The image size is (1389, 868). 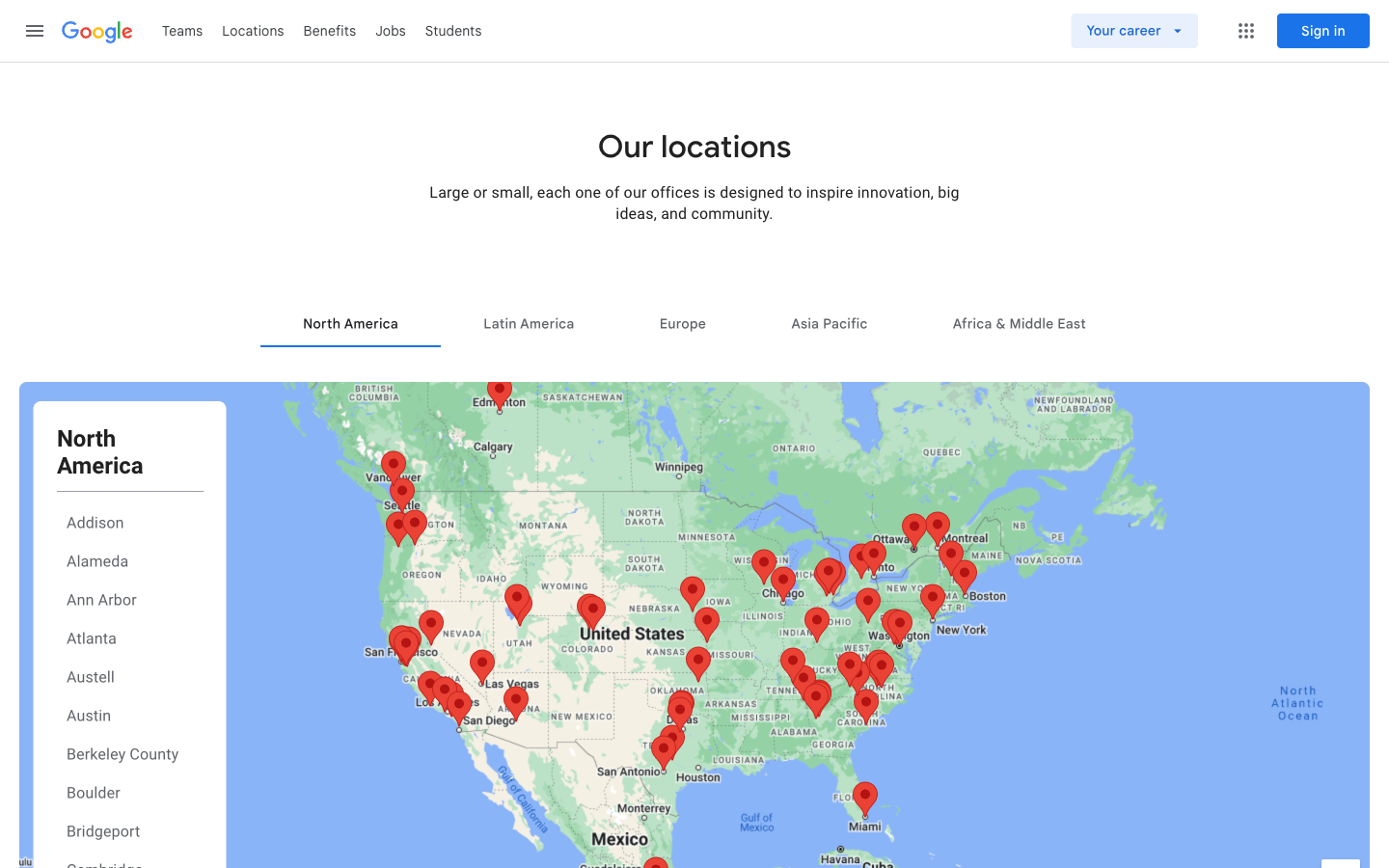 What do you see at coordinates (828, 322) in the screenshot?
I see `the regional setting` at bounding box center [828, 322].